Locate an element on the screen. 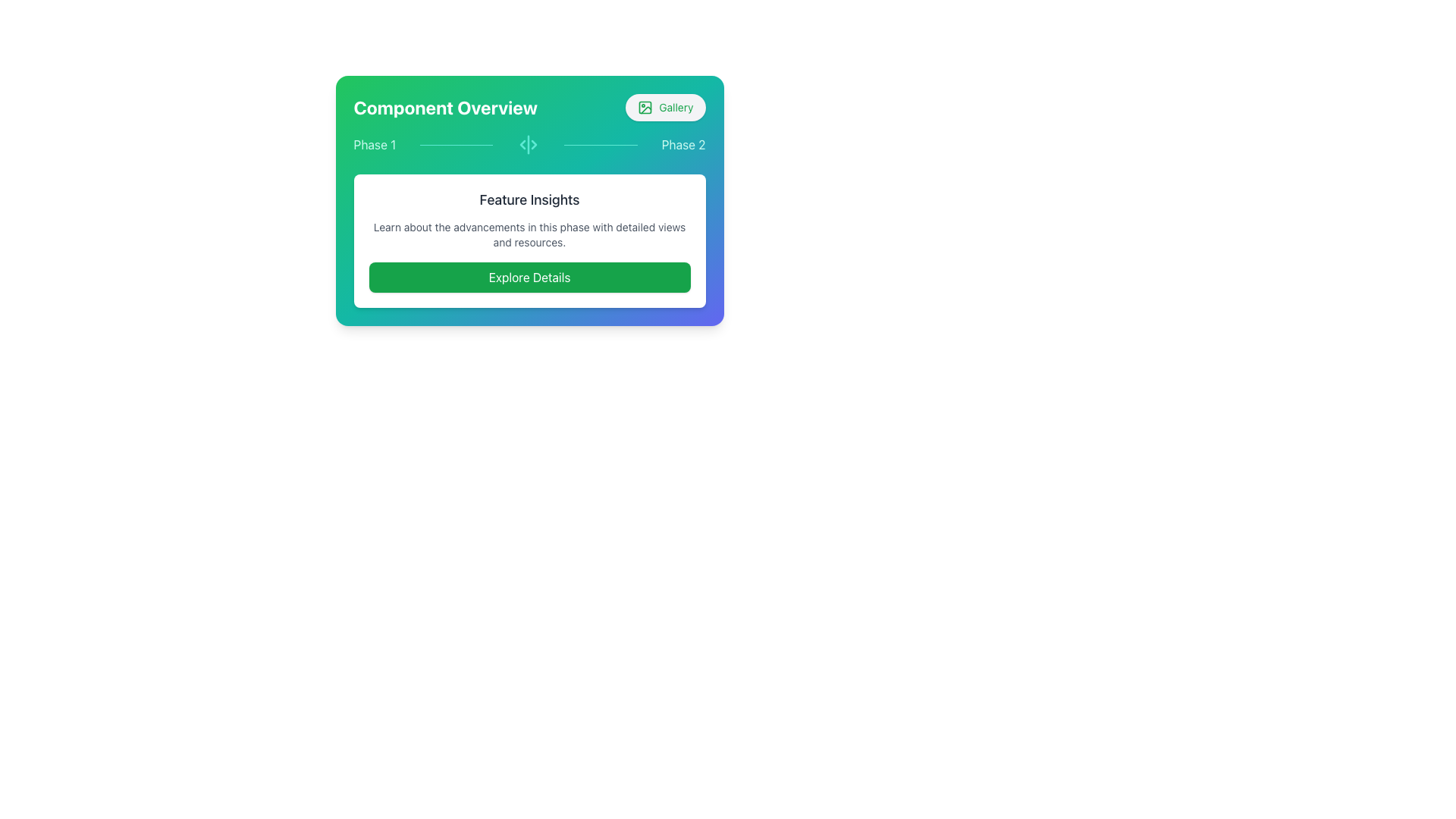 The width and height of the screenshot is (1456, 819). text content of the heading labeled 'Component Overview' located on the left side of the header structure is located at coordinates (444, 107).